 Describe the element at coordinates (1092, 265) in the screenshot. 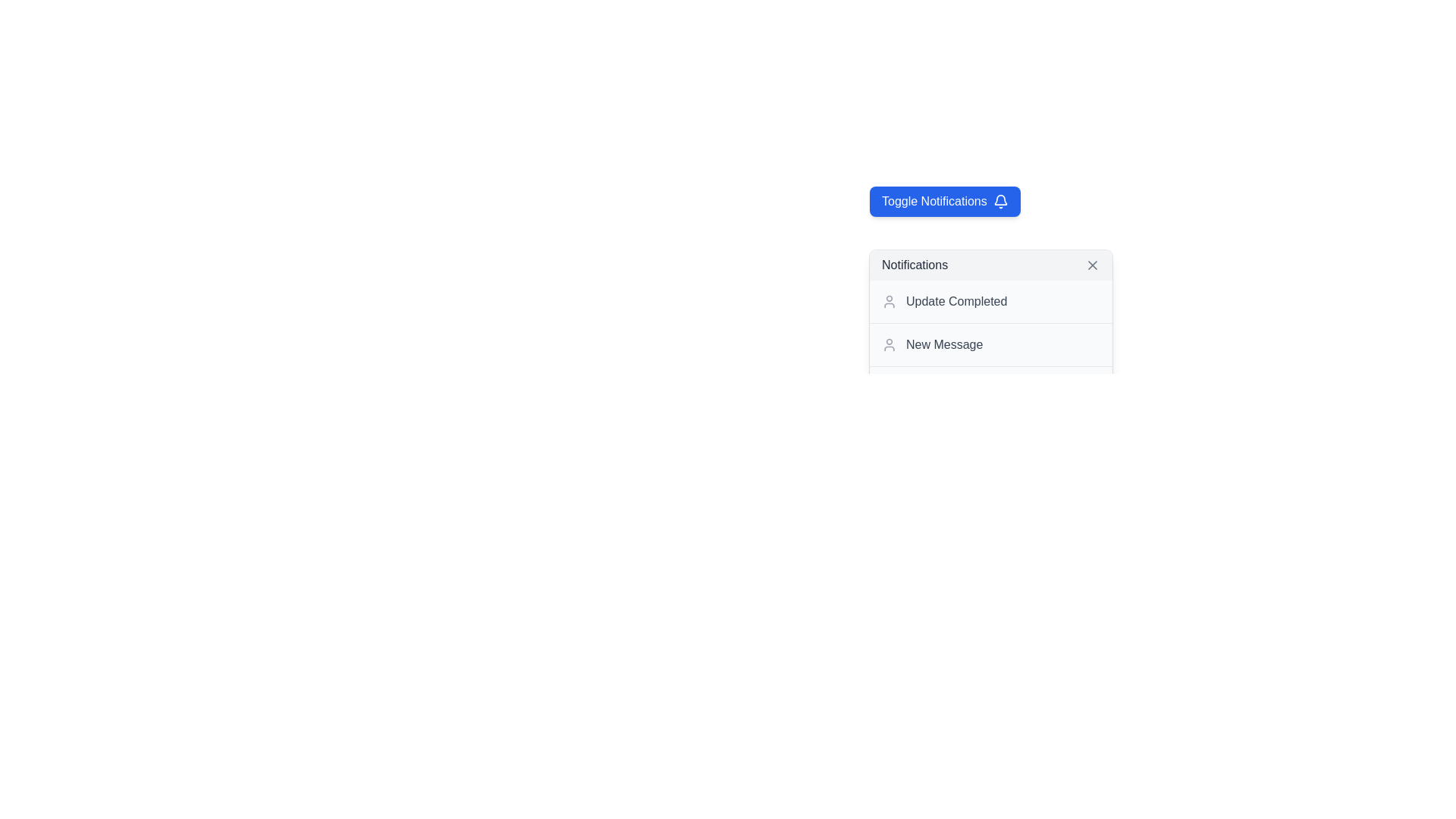

I see `the close icon in the top-right corner of the notification dropdown` at that location.